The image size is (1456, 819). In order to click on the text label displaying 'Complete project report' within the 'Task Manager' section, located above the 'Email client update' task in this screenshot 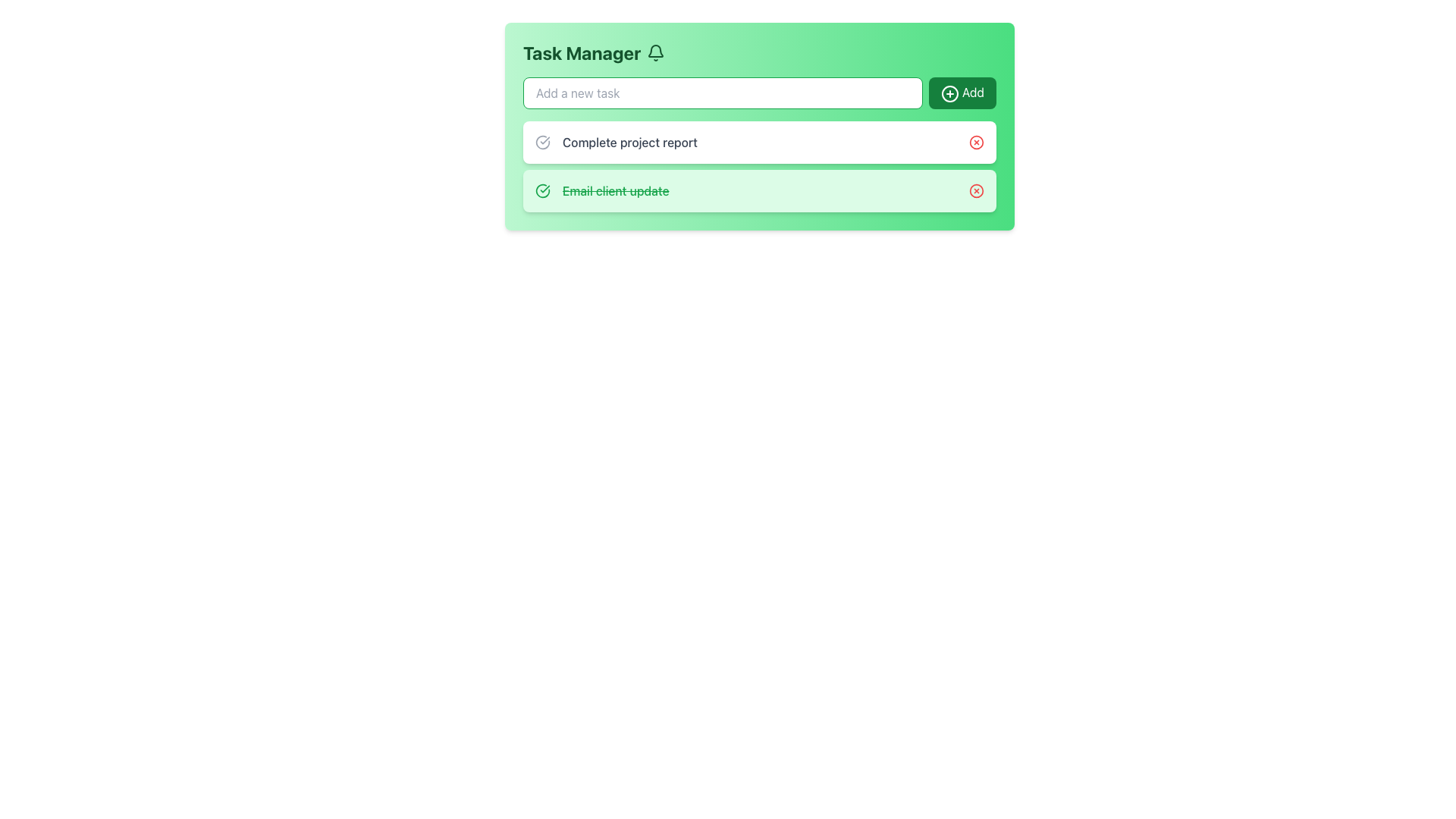, I will do `click(629, 143)`.